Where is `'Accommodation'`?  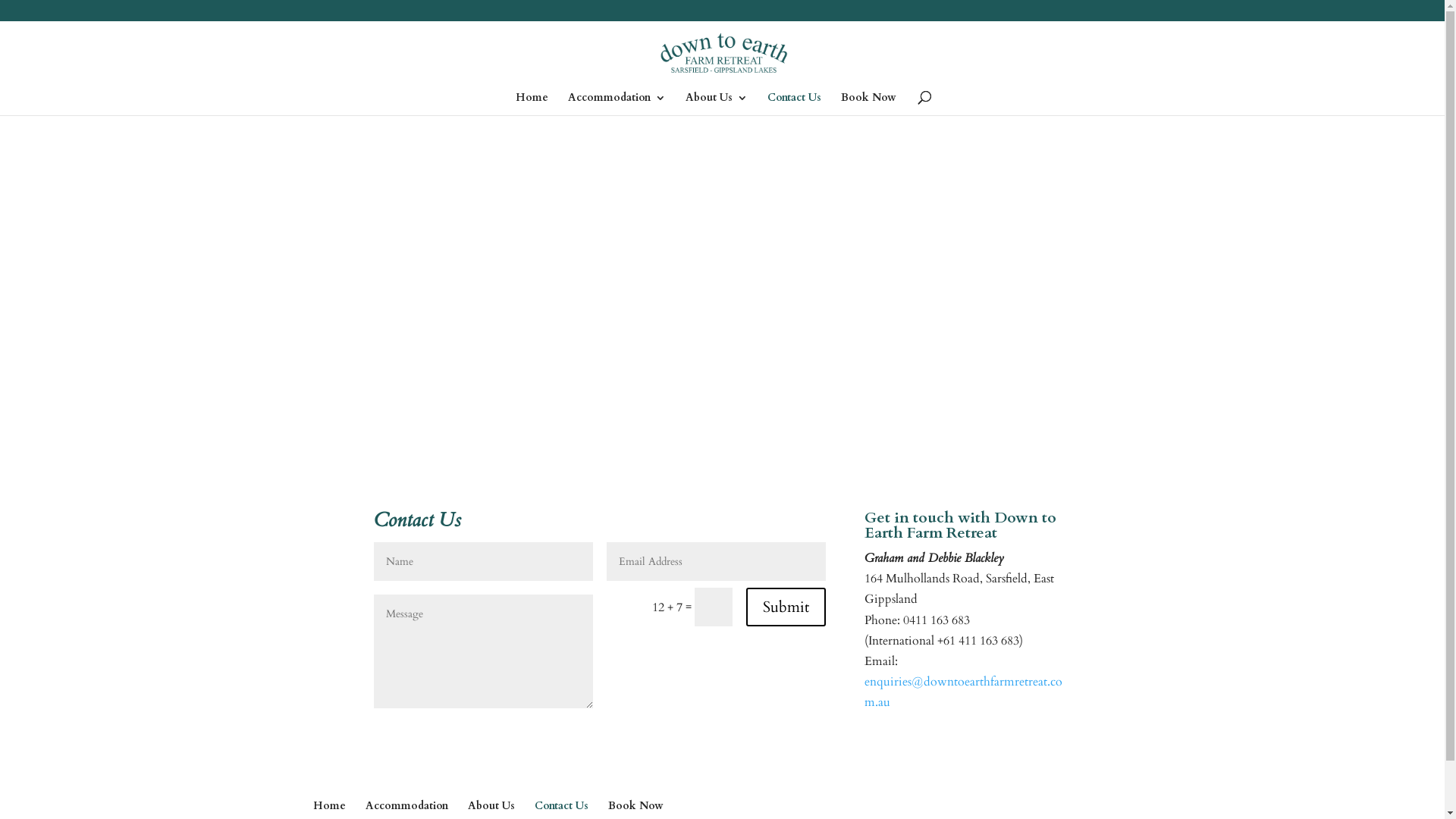 'Accommodation' is located at coordinates (566, 103).